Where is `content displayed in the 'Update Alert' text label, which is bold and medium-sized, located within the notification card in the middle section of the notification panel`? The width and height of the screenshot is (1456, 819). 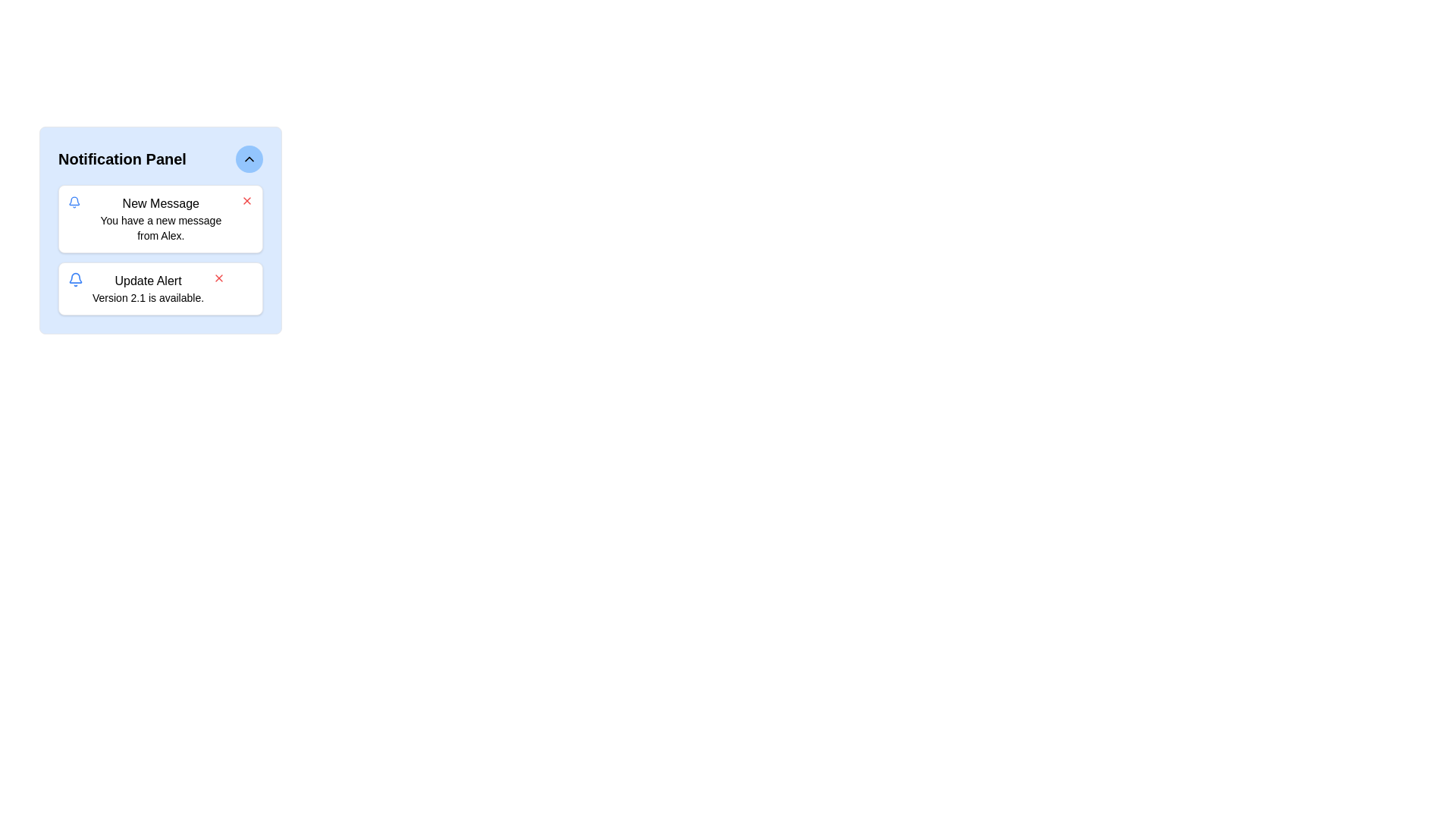 content displayed in the 'Update Alert' text label, which is bold and medium-sized, located within the notification card in the middle section of the notification panel is located at coordinates (148, 281).